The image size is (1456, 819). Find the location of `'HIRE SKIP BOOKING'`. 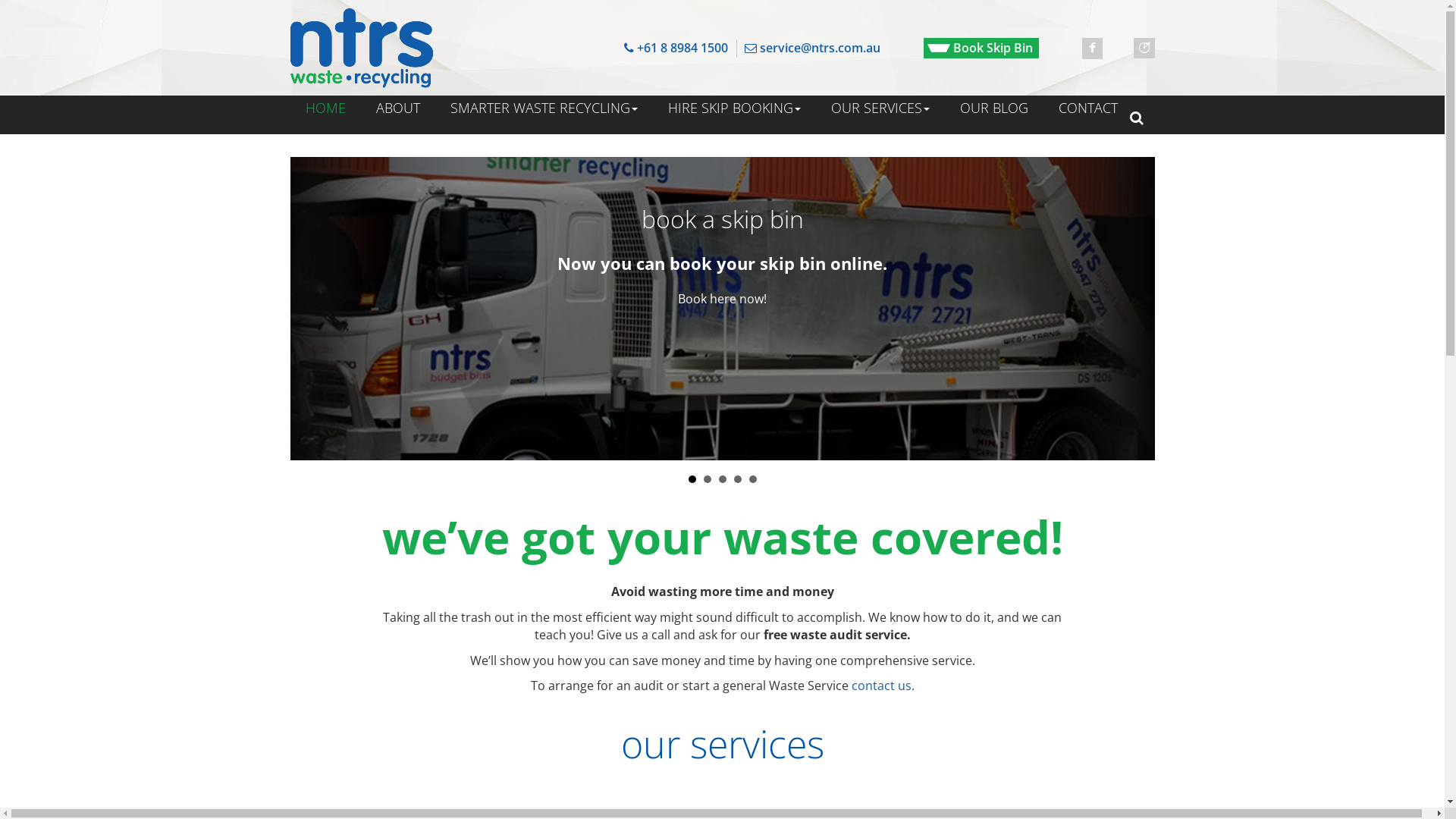

'HIRE SKIP BOOKING' is located at coordinates (733, 107).